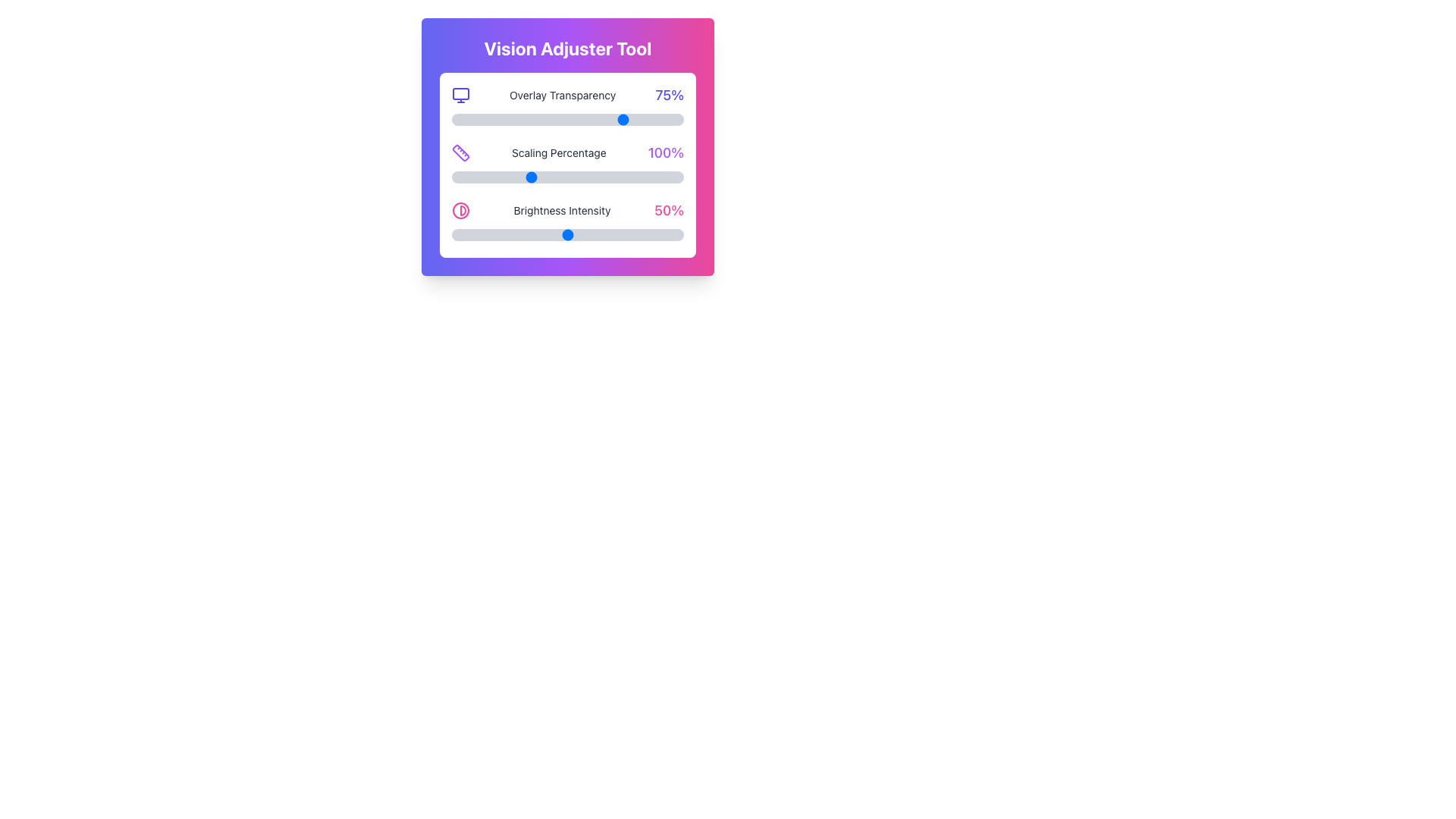 The width and height of the screenshot is (1456, 819). Describe the element at coordinates (588, 119) in the screenshot. I see `the Overlay Transparency slider` at that location.